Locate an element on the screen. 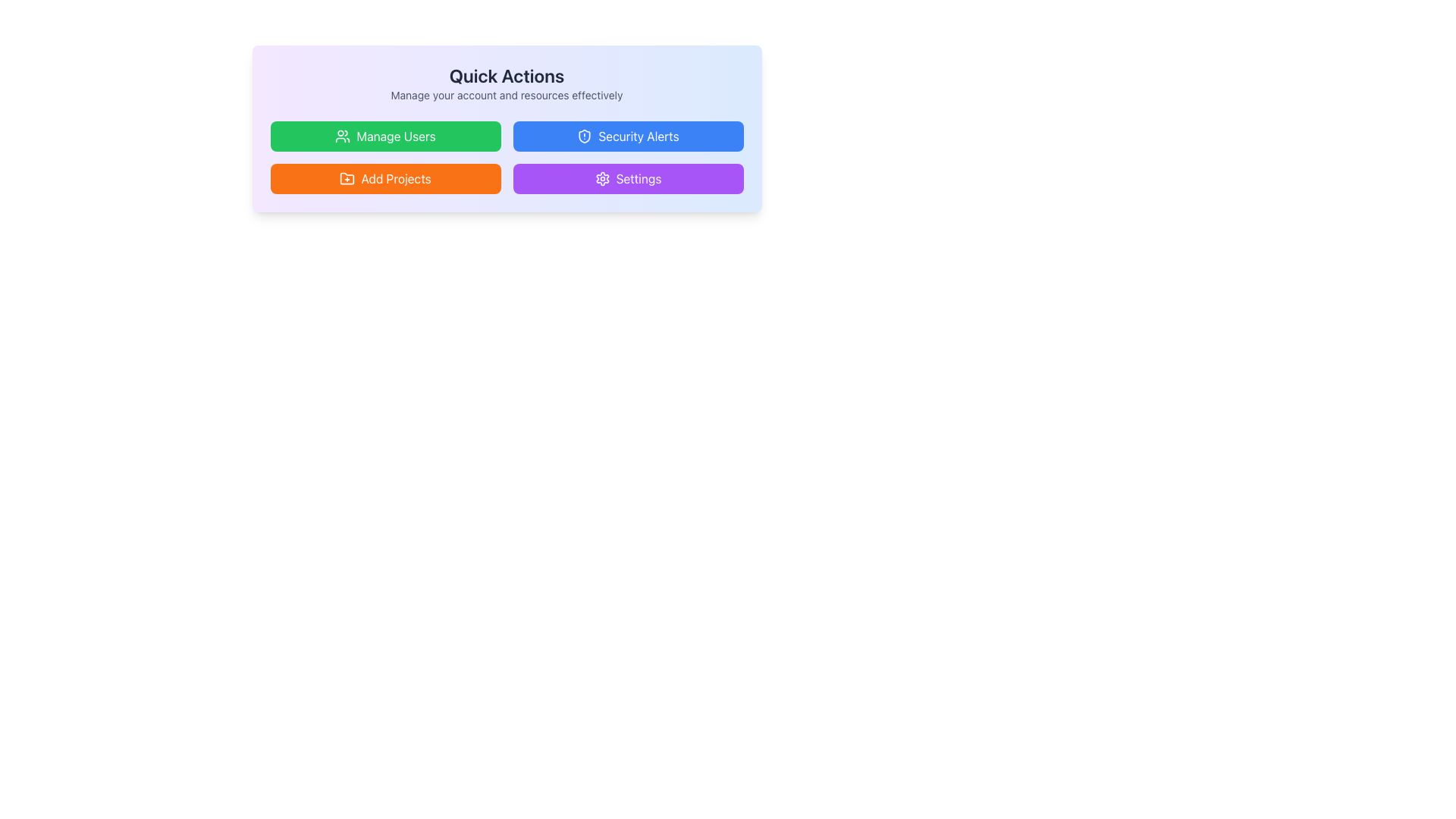  the 'Settings' button located in the bottom-right corner of the button grid is located at coordinates (628, 177).